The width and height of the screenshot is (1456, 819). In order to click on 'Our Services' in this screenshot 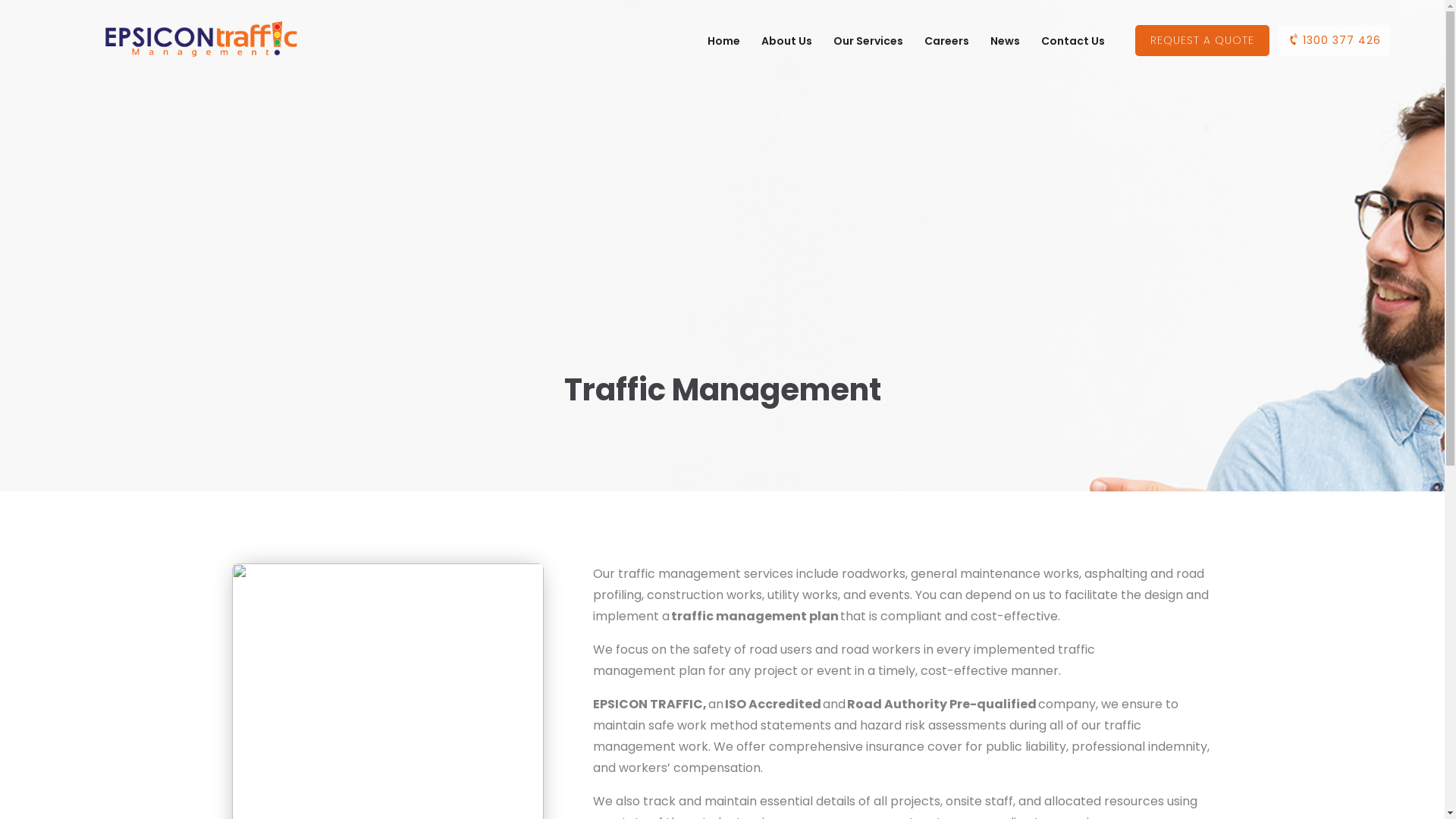, I will do `click(868, 40)`.